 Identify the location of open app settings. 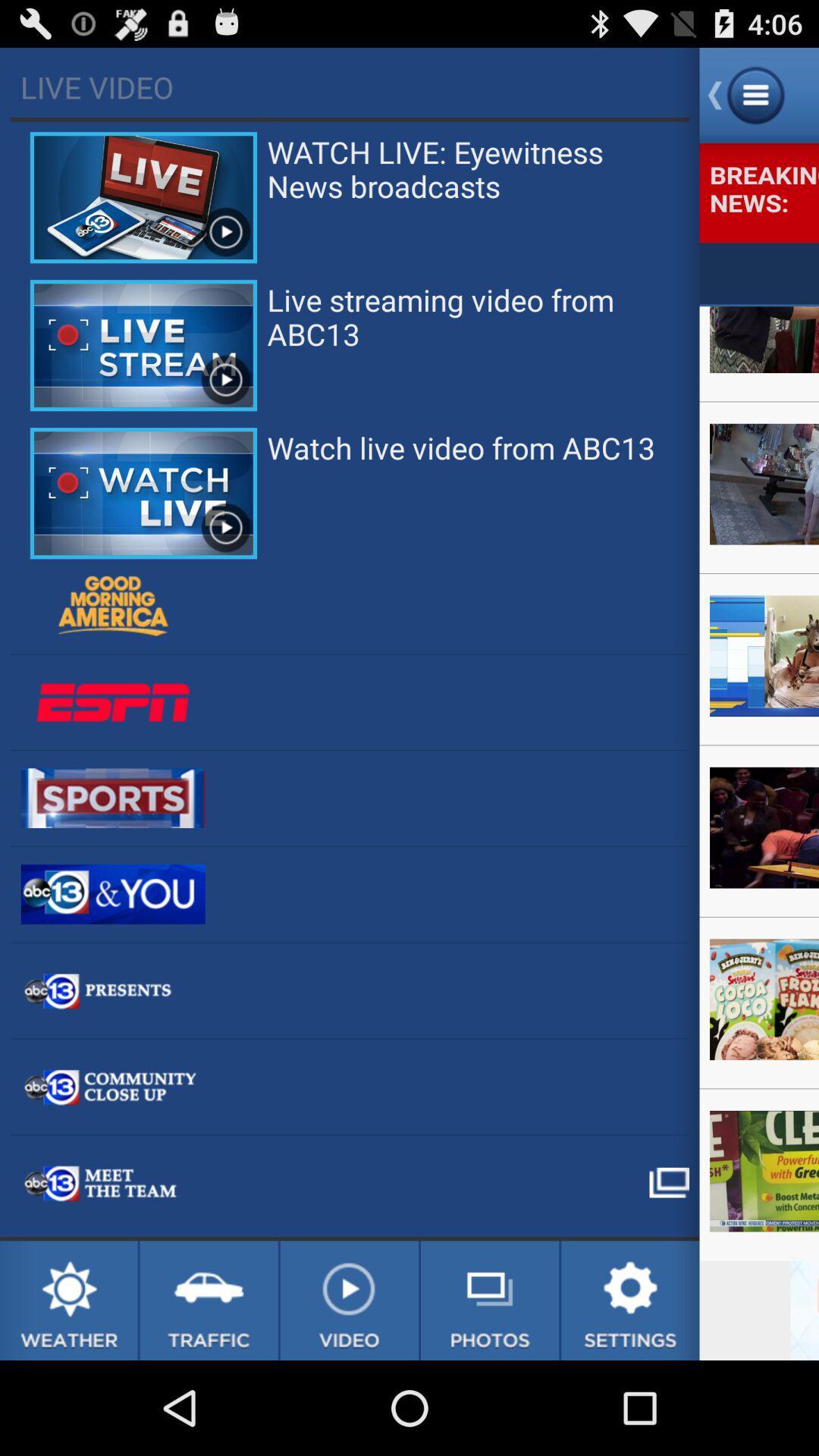
(630, 1300).